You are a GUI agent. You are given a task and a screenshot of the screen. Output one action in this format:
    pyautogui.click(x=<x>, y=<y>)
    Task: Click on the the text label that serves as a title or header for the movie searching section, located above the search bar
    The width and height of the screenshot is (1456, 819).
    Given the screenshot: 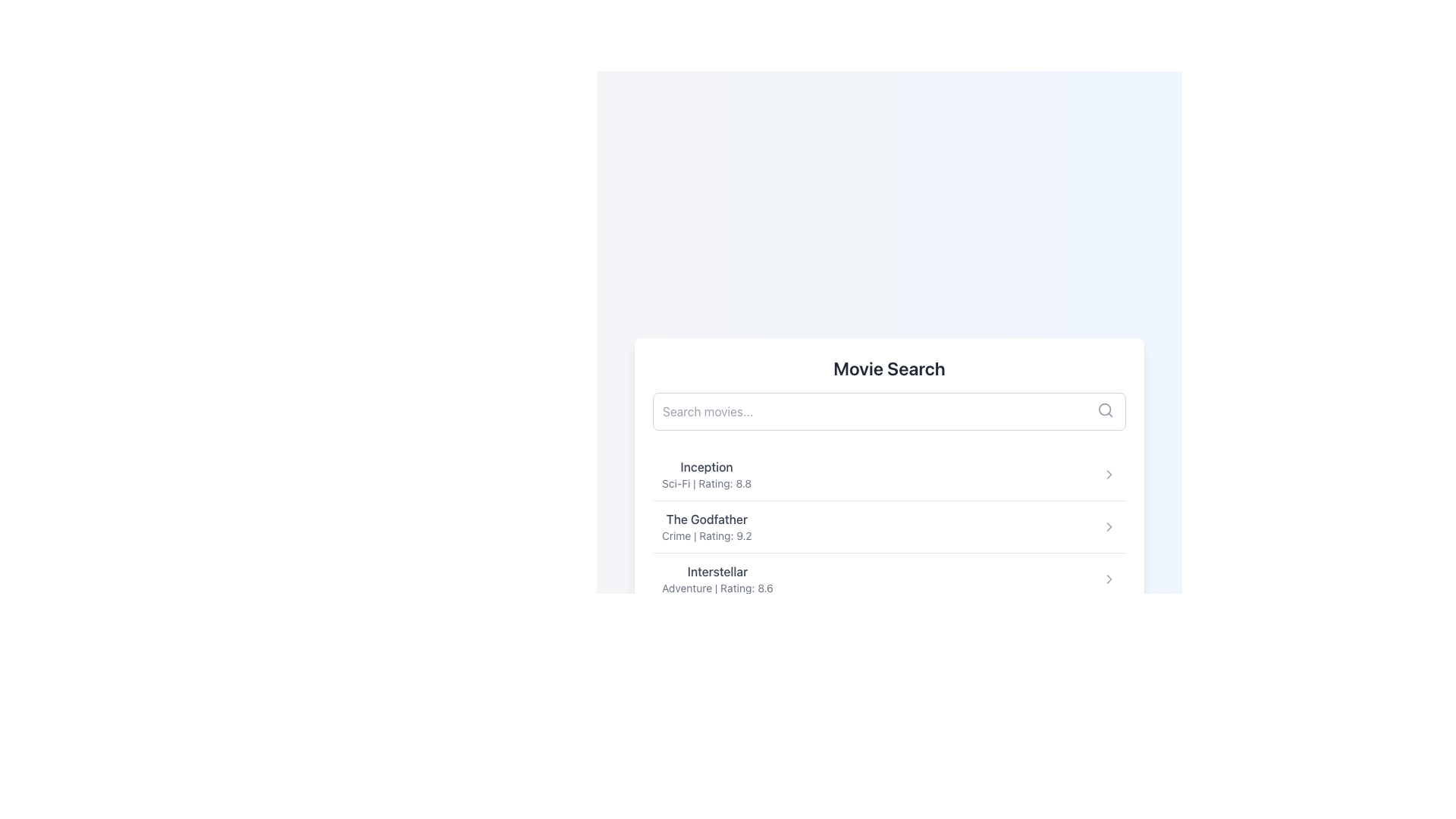 What is the action you would take?
    pyautogui.click(x=889, y=369)
    